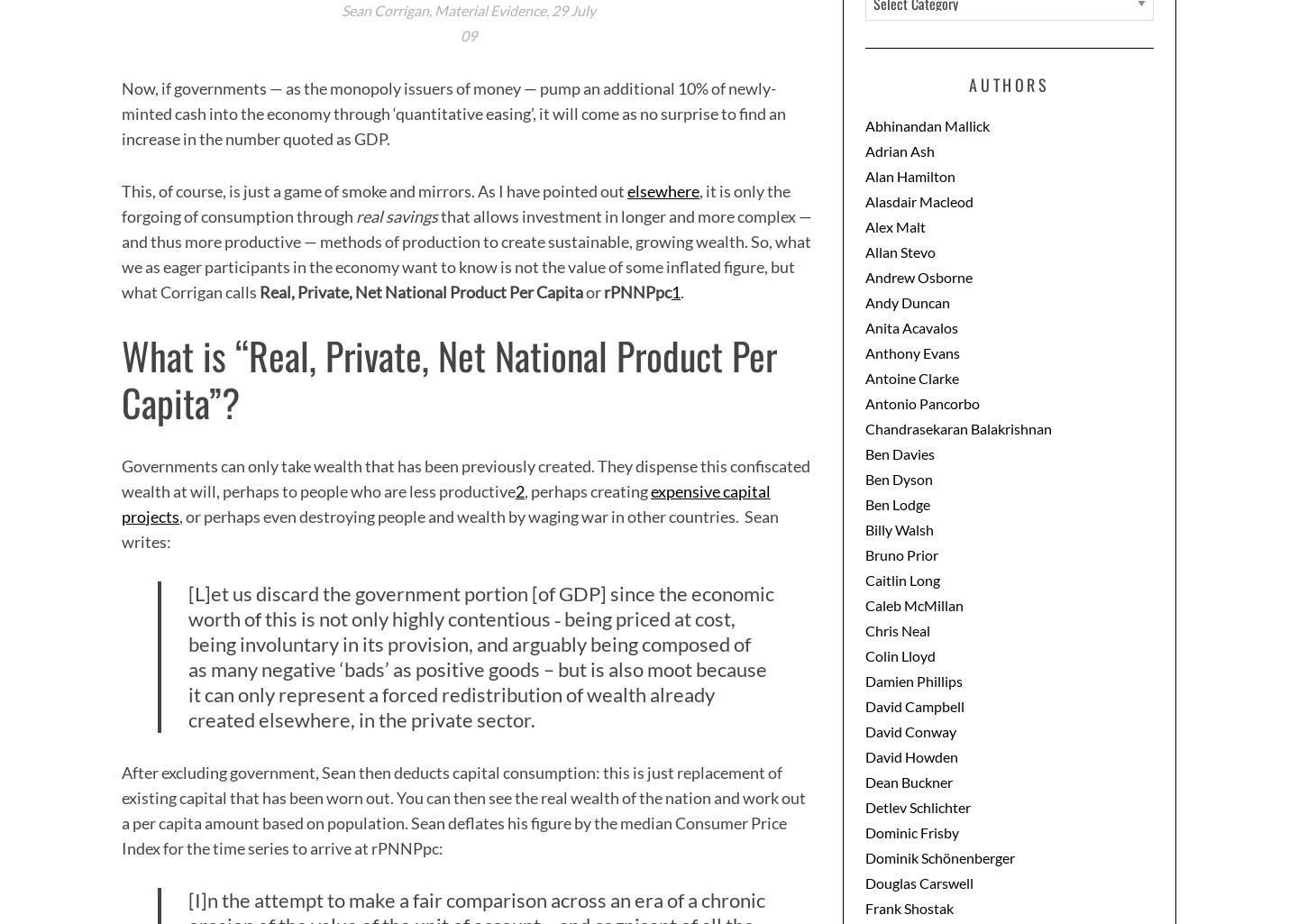  What do you see at coordinates (520, 489) in the screenshot?
I see `'2'` at bounding box center [520, 489].